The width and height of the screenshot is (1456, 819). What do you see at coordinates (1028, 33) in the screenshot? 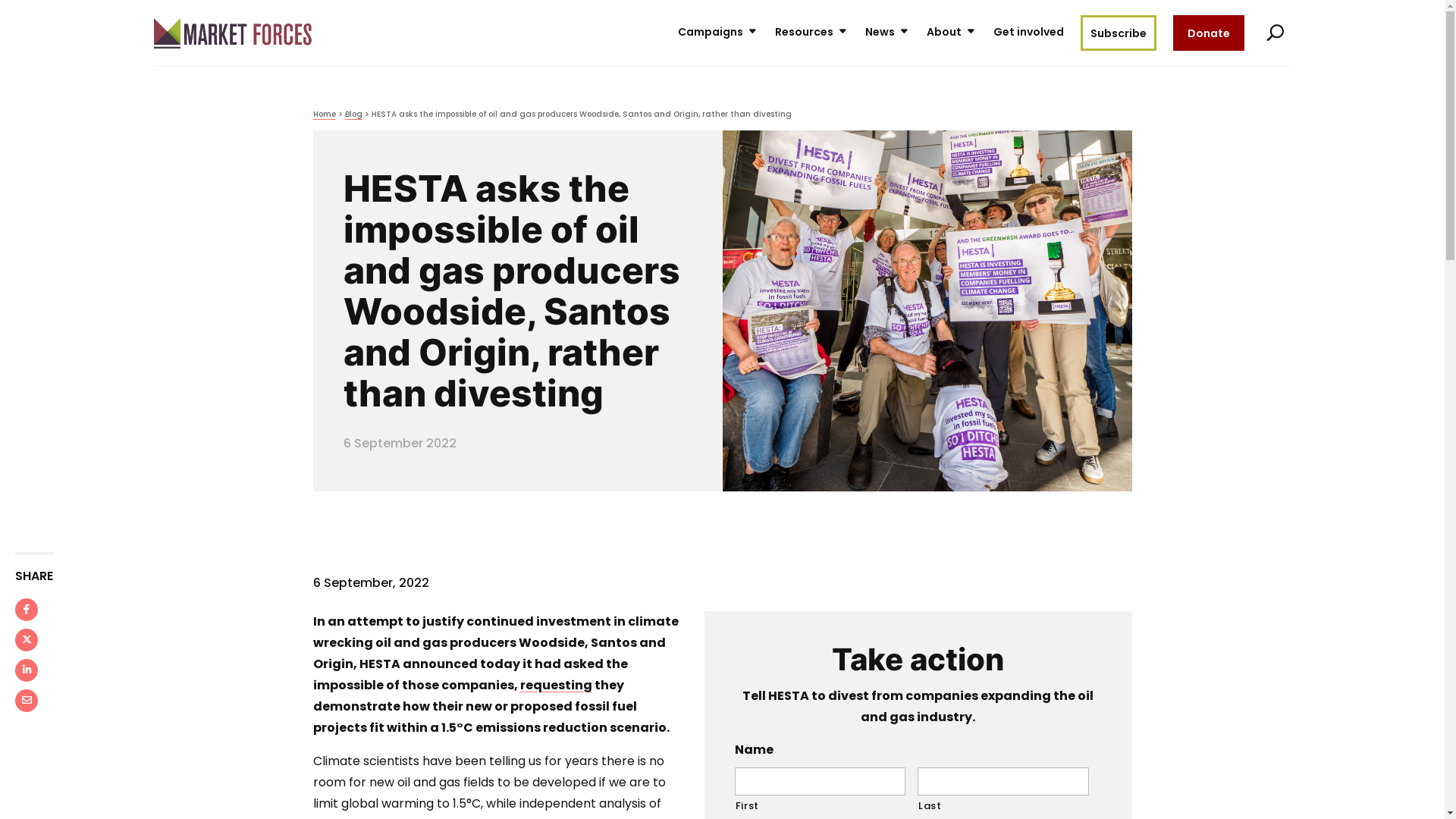
I see `'Get involved'` at bounding box center [1028, 33].